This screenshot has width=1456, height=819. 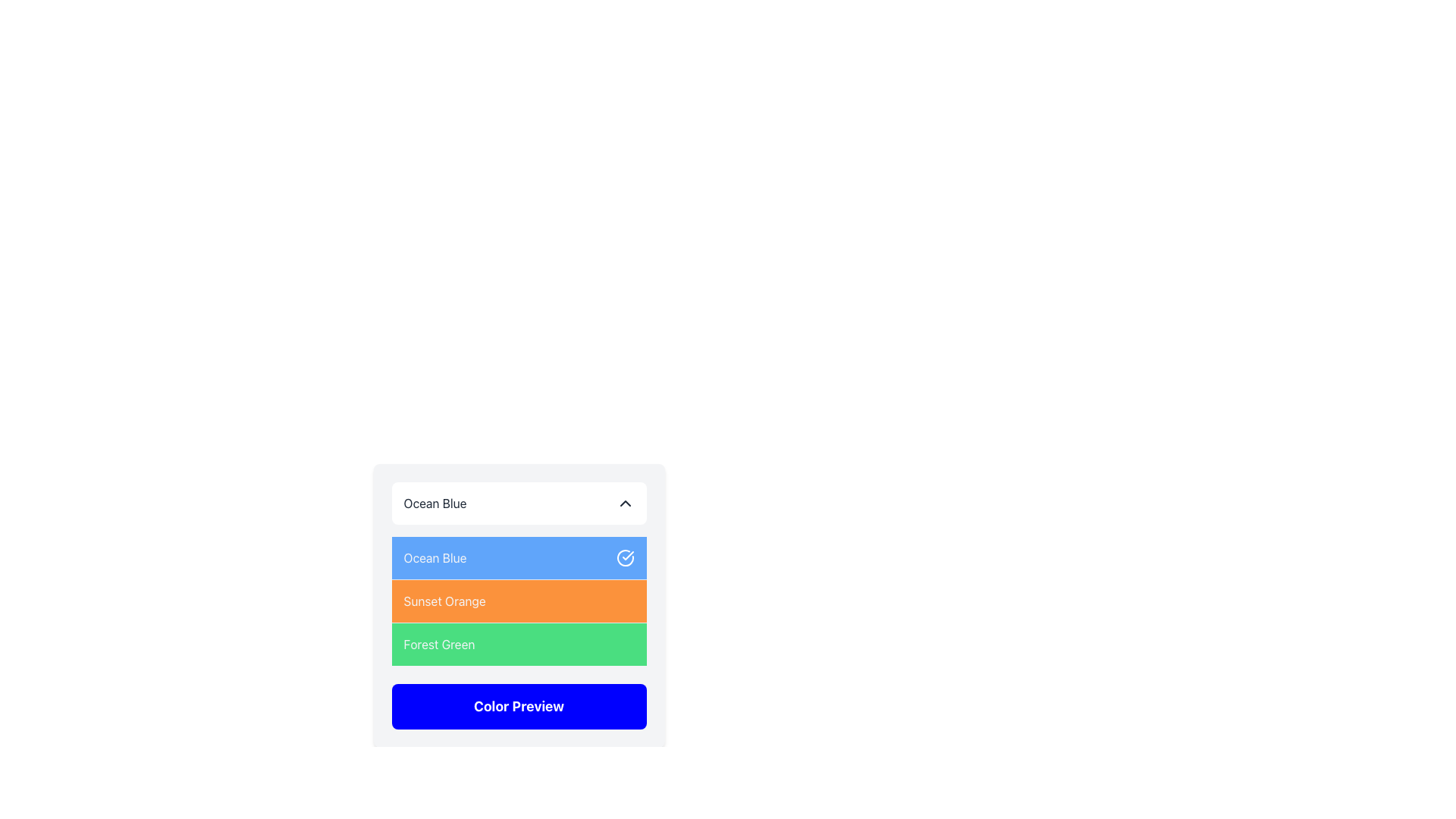 I want to click on the Text Label displaying the selected color name 'Ocean Blue' within the dropdown widget, so click(x=435, y=503).